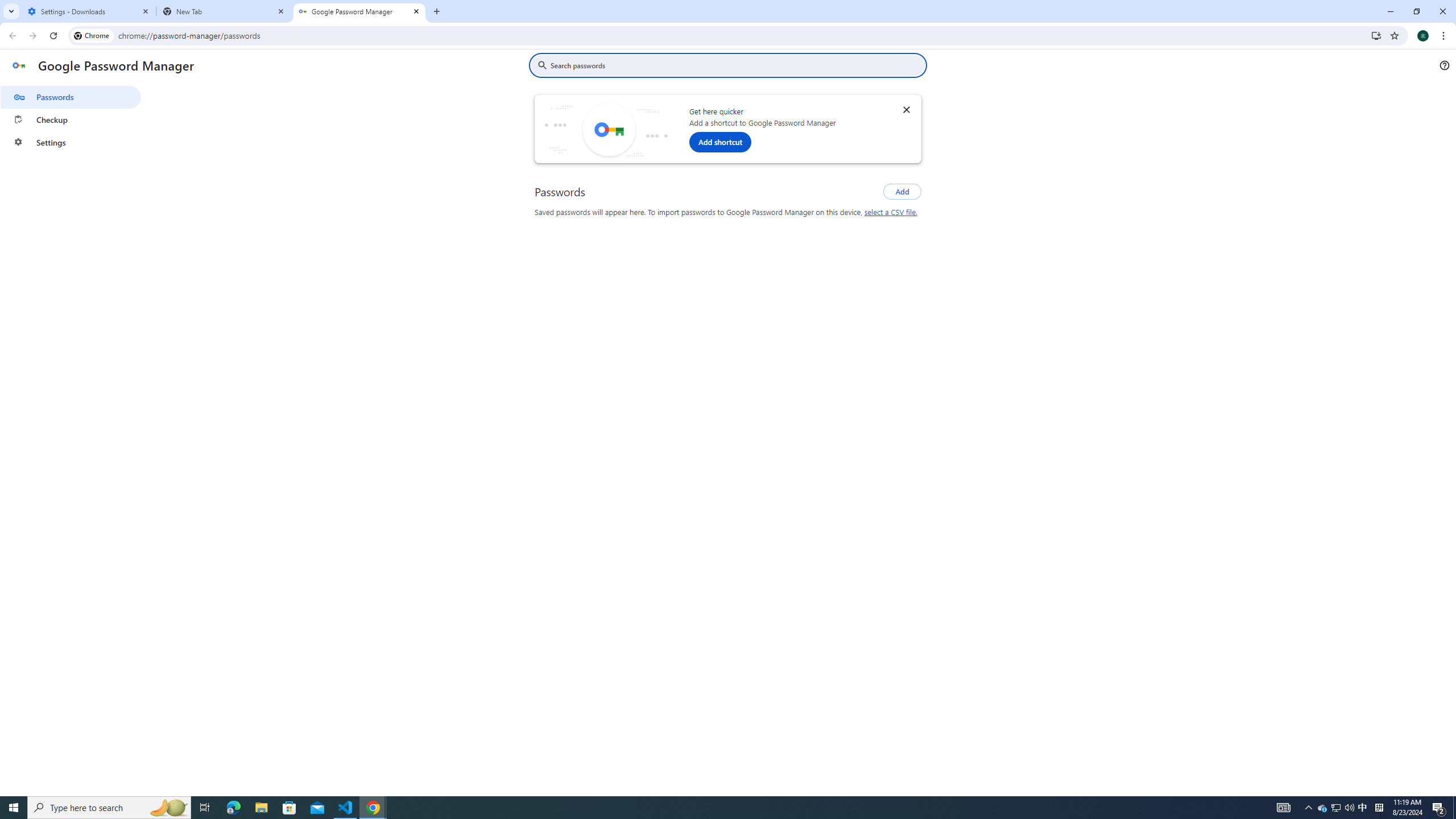  I want to click on 'Add shortcut', so click(719, 142).